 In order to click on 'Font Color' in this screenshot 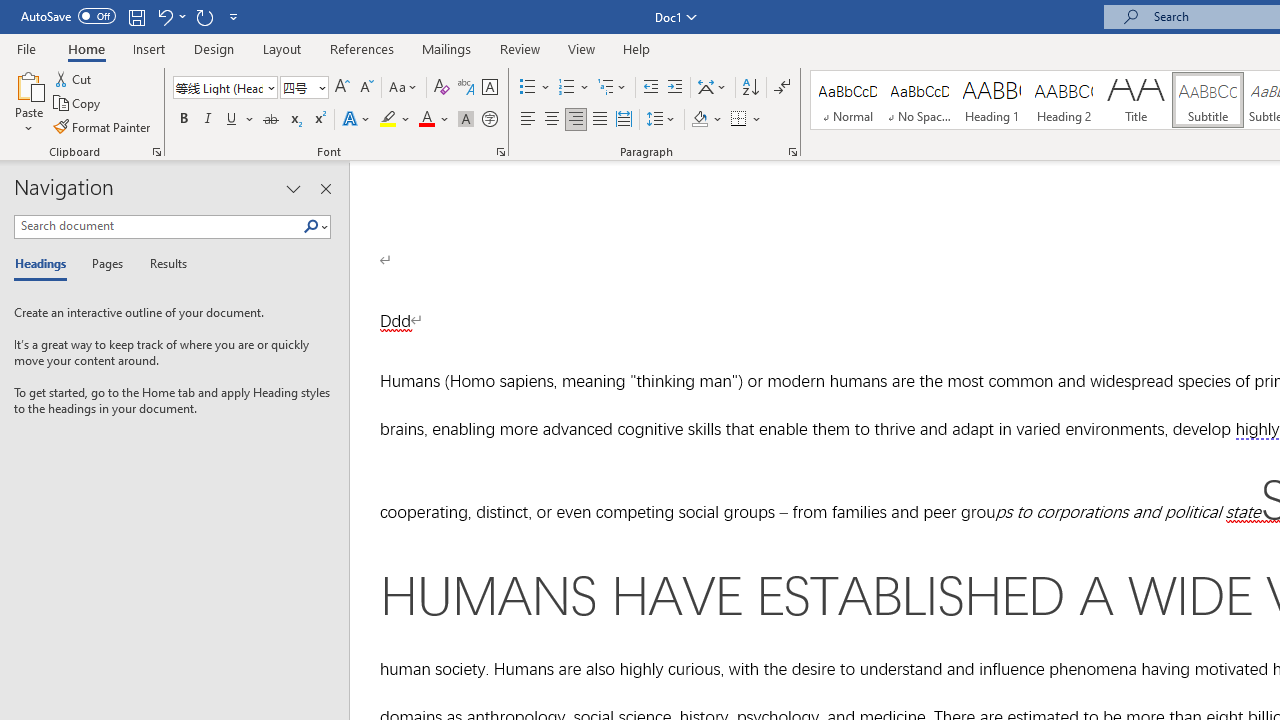, I will do `click(433, 119)`.